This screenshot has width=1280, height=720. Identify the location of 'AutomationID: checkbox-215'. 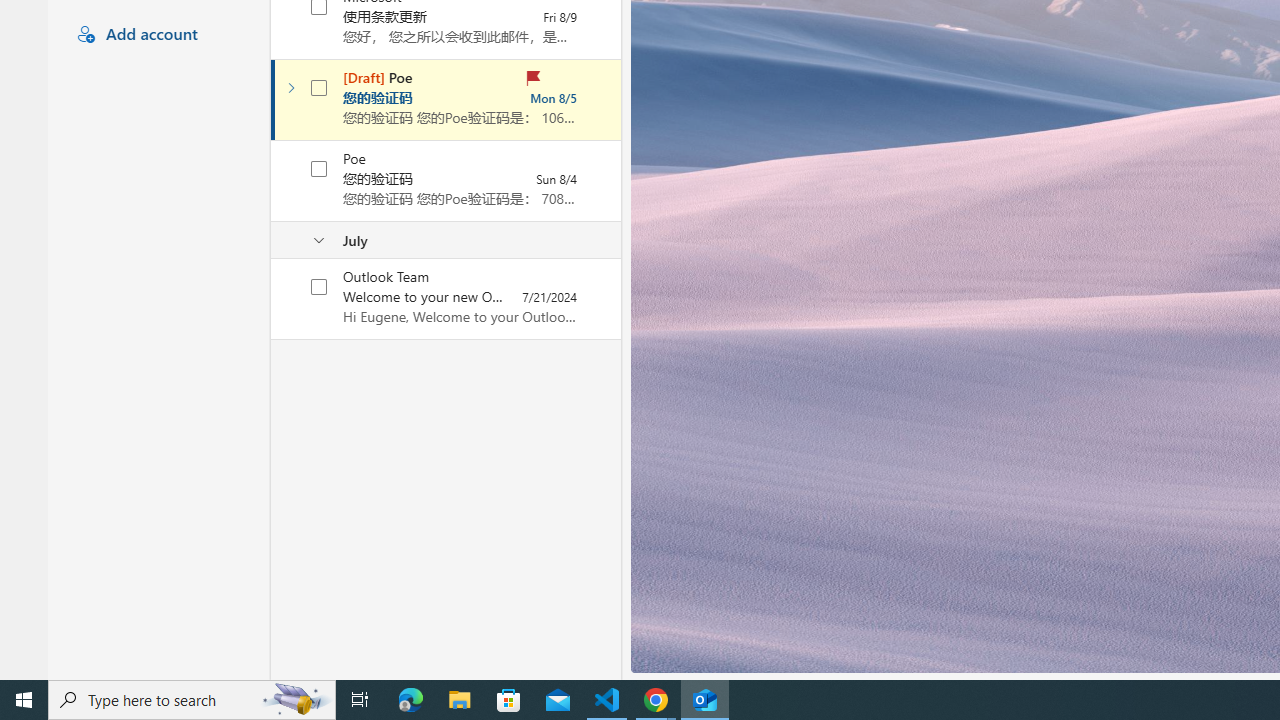
(320, 167).